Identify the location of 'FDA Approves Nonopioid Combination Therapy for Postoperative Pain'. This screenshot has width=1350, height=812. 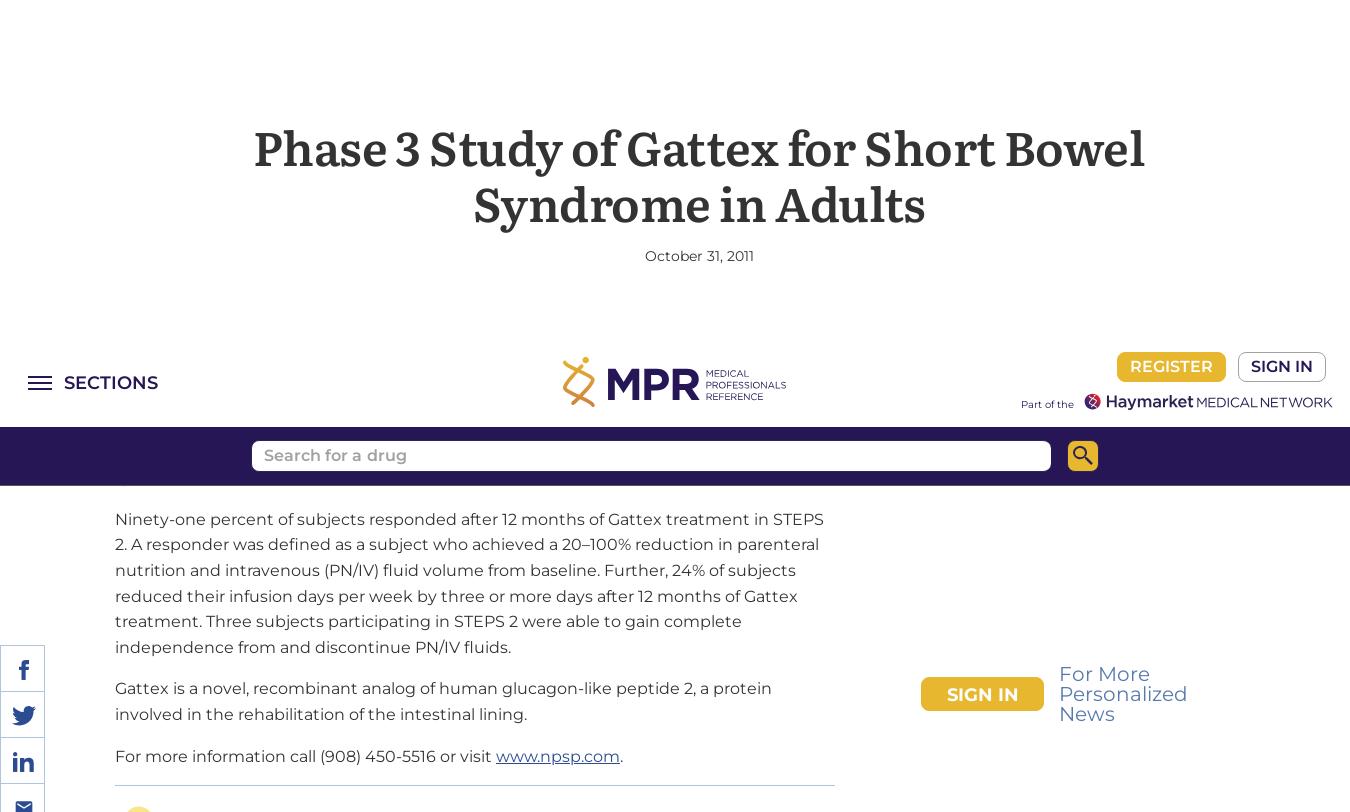
(424, 688).